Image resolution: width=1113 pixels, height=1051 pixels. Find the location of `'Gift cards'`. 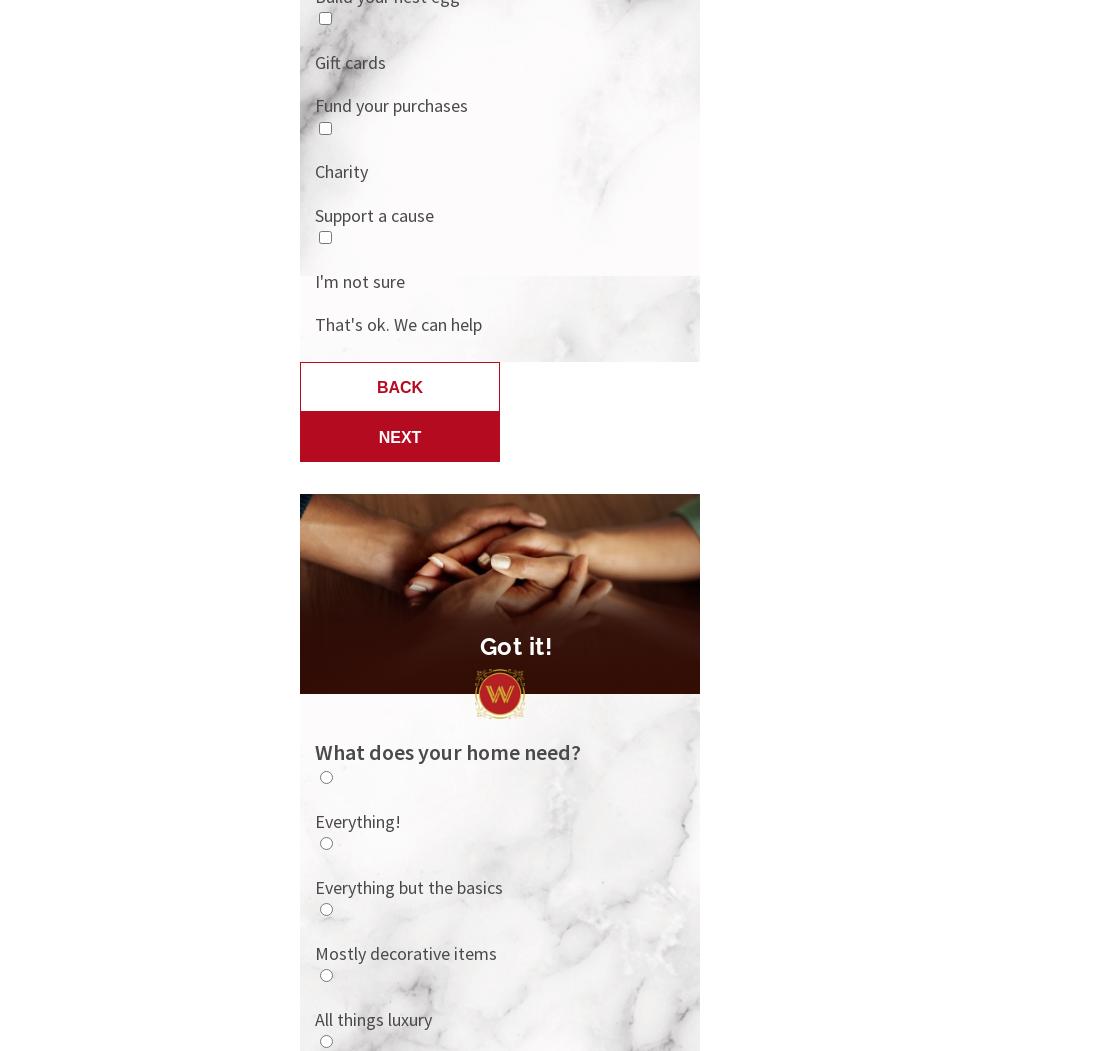

'Gift cards' is located at coordinates (350, 61).